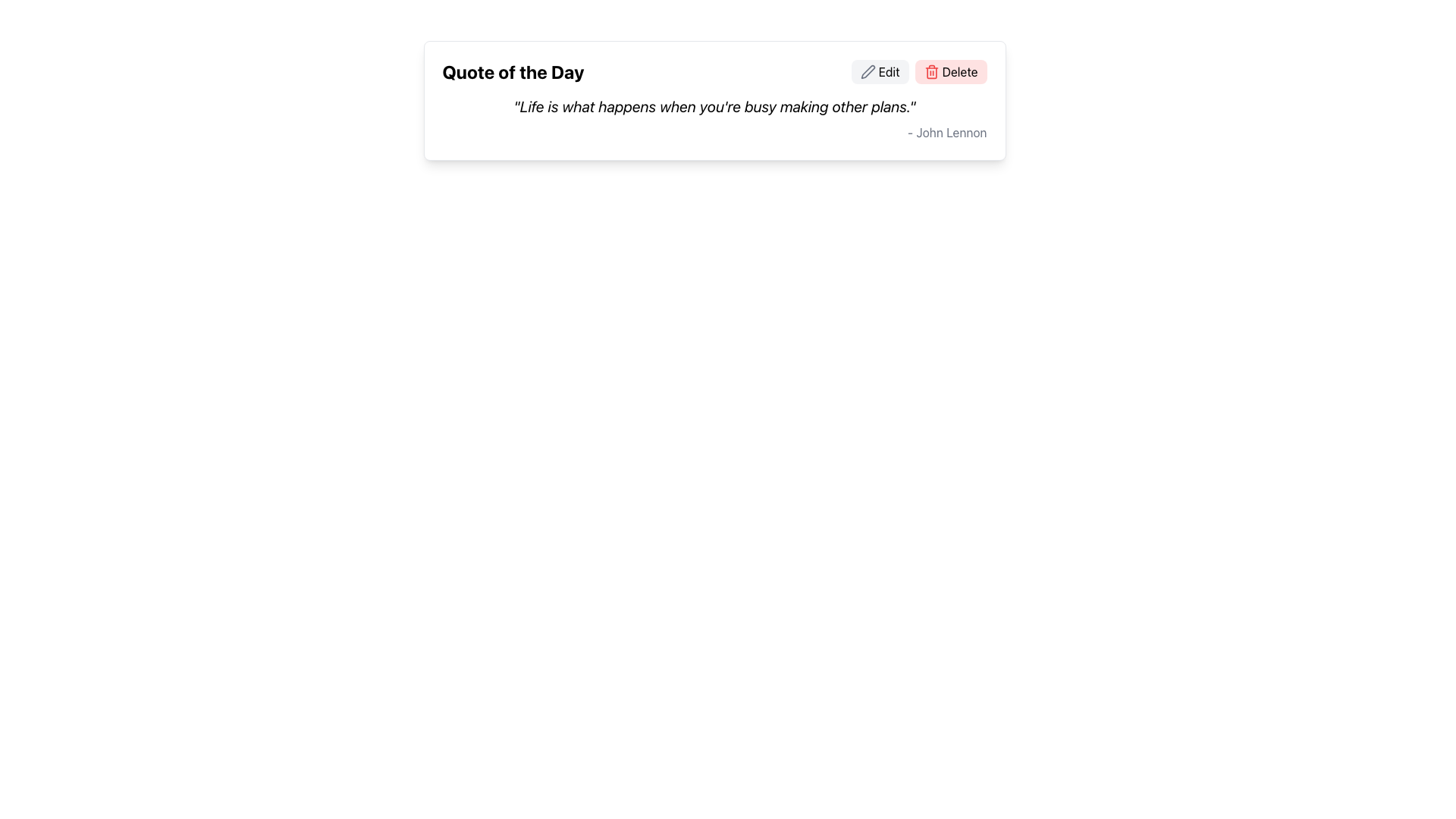 This screenshot has height=819, width=1456. What do you see at coordinates (889, 72) in the screenshot?
I see `the Text Label located to the right of the pen icon in the editing toolbar section at the top right of the page` at bounding box center [889, 72].